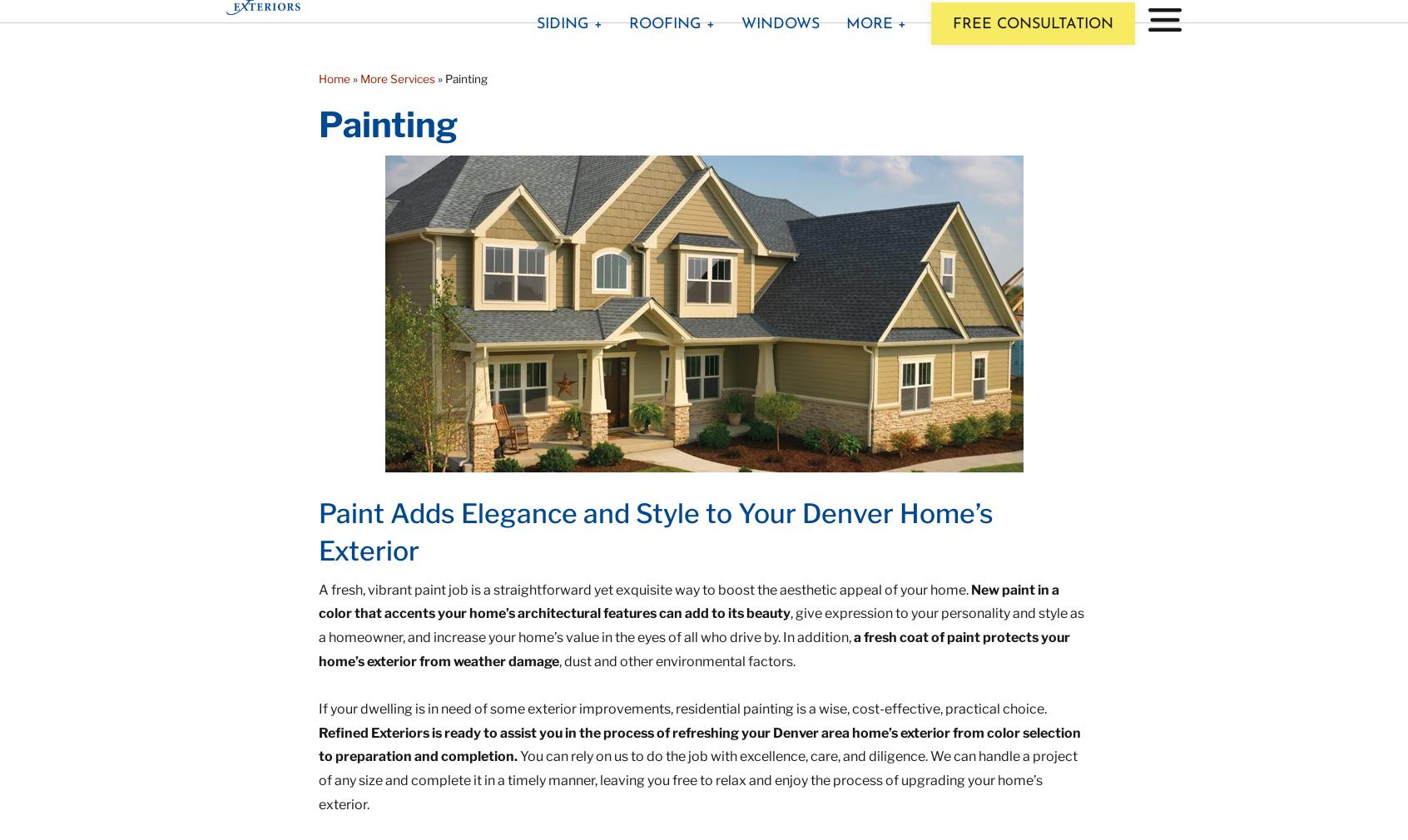 This screenshot has height=840, width=1408. Describe the element at coordinates (533, 96) in the screenshot. I see `'Fiber Cement Siding'` at that location.